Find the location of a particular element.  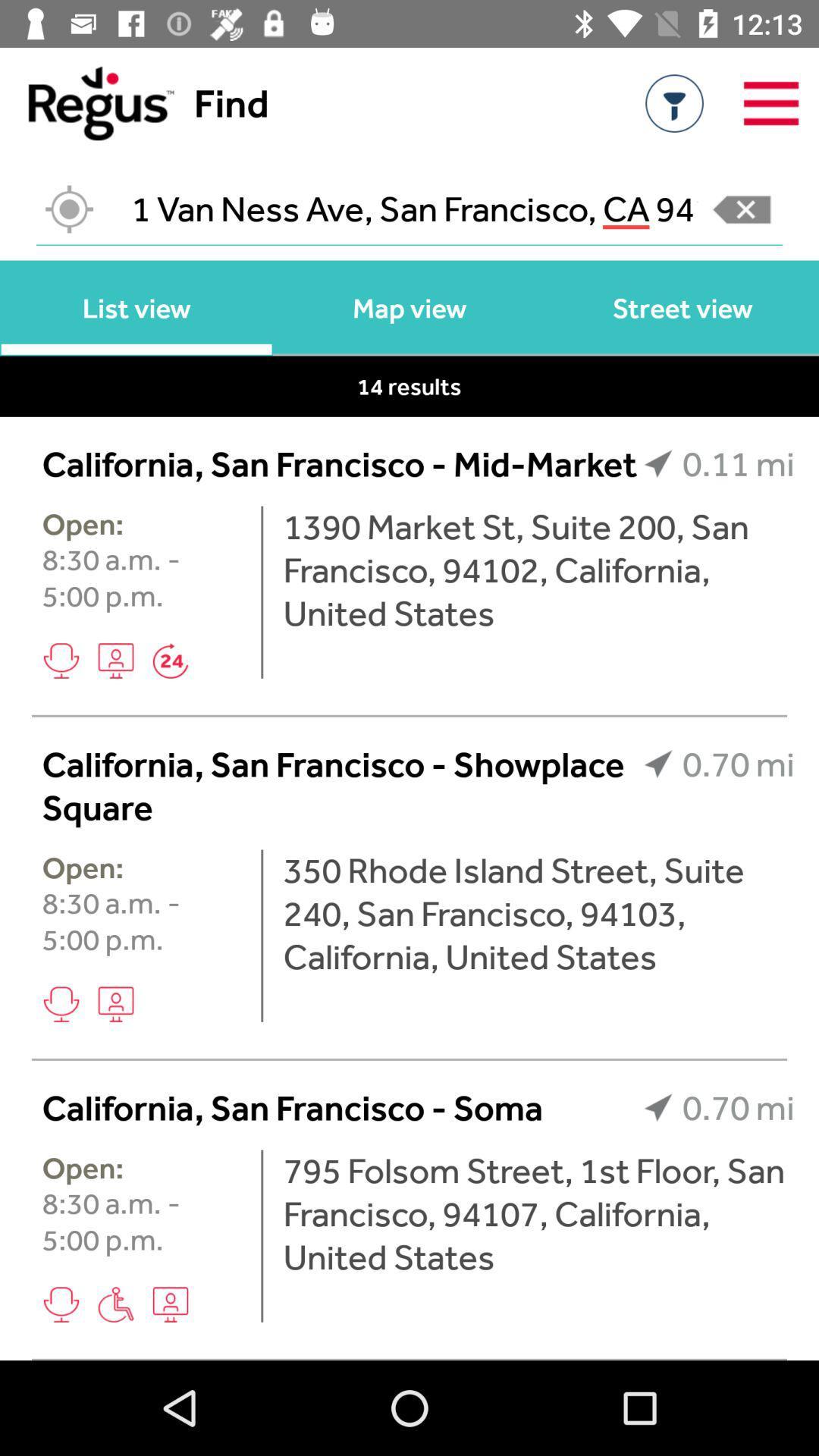

click on home page is located at coordinates (86, 102).